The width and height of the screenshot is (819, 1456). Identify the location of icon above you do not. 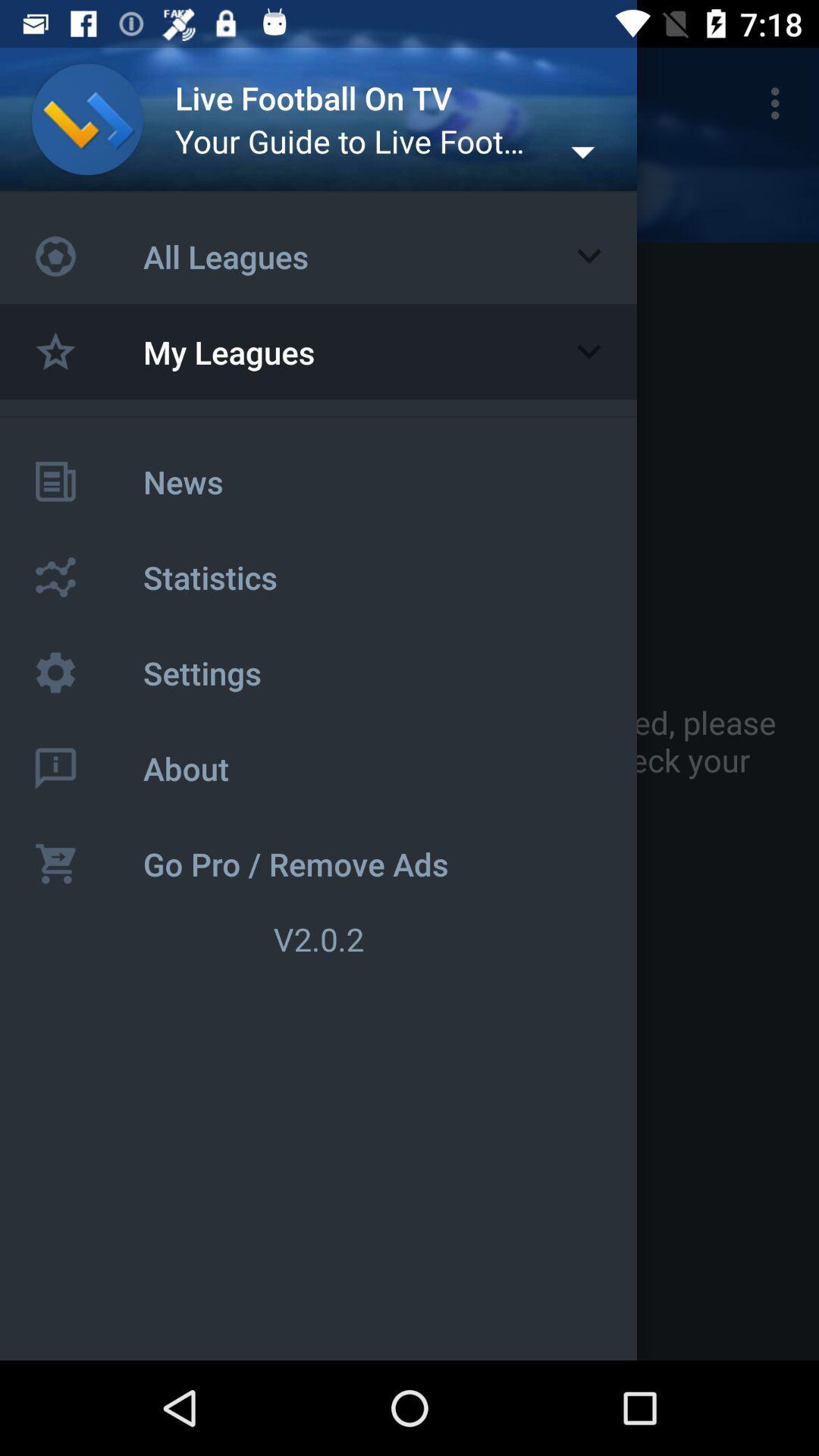
(779, 102).